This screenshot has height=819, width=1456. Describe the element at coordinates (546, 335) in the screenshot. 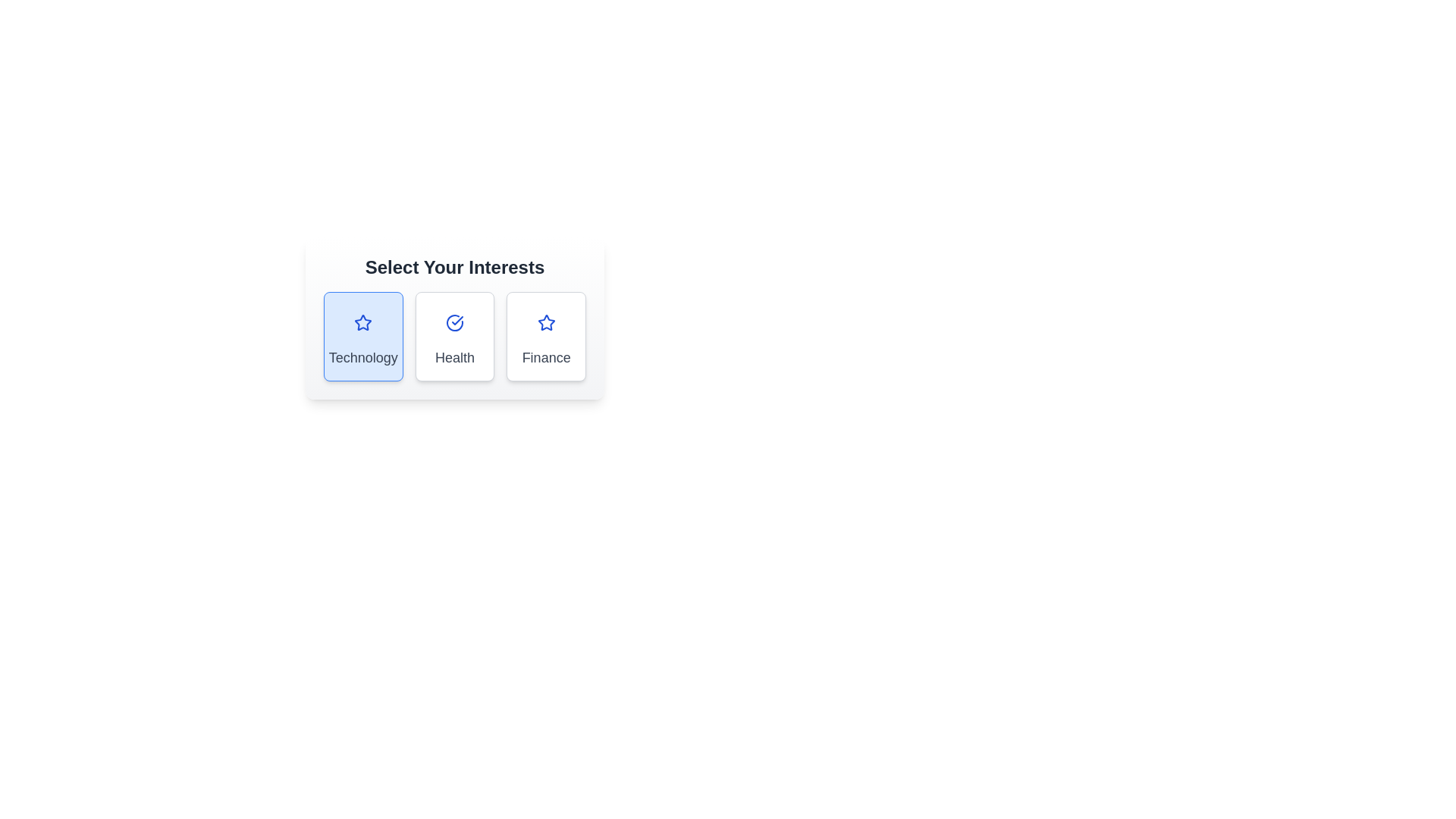

I see `the category Finance` at that location.